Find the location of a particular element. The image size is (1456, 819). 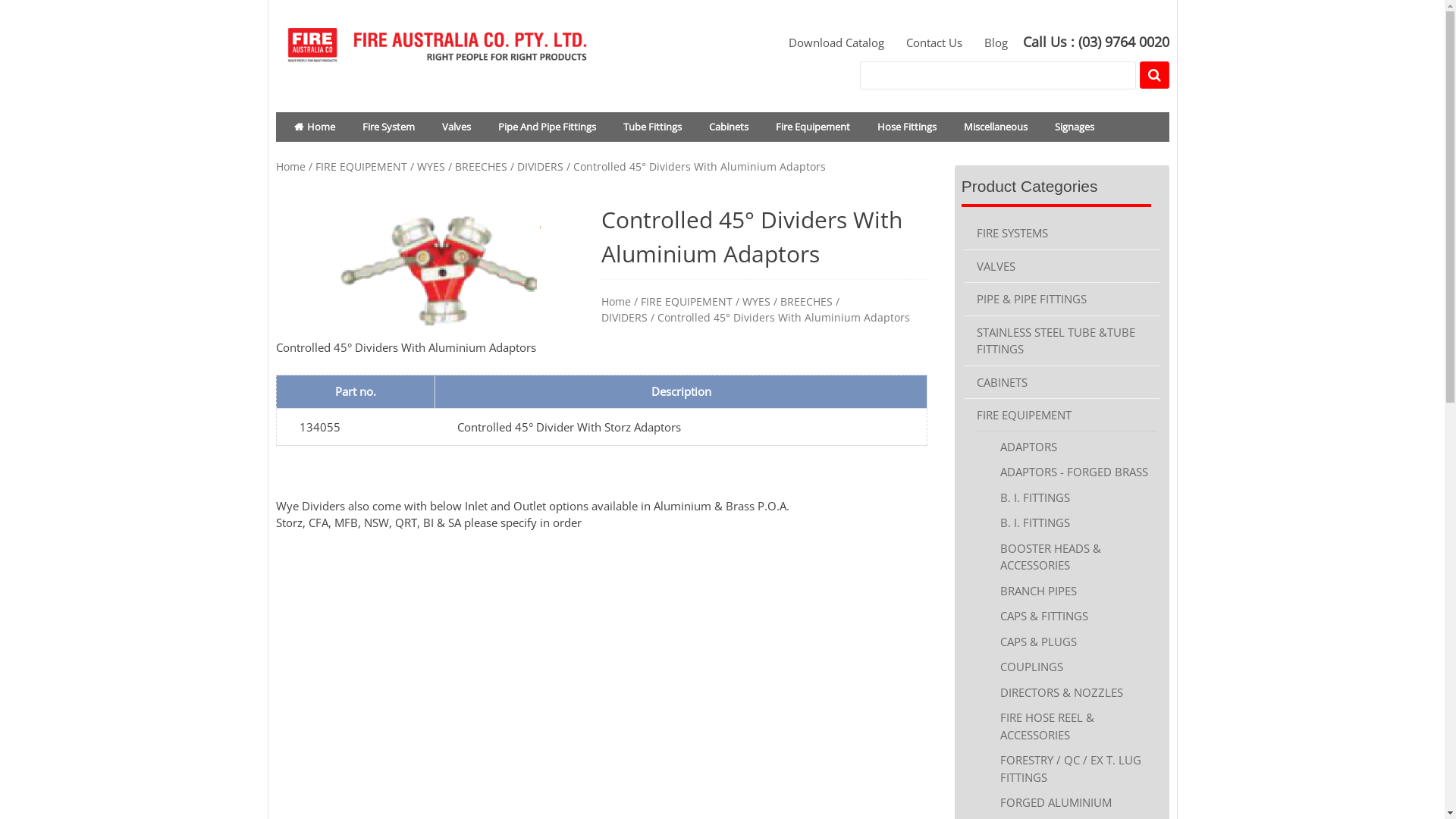

'FIRE HOSE REEL & ACCESSORIES' is located at coordinates (1046, 725).